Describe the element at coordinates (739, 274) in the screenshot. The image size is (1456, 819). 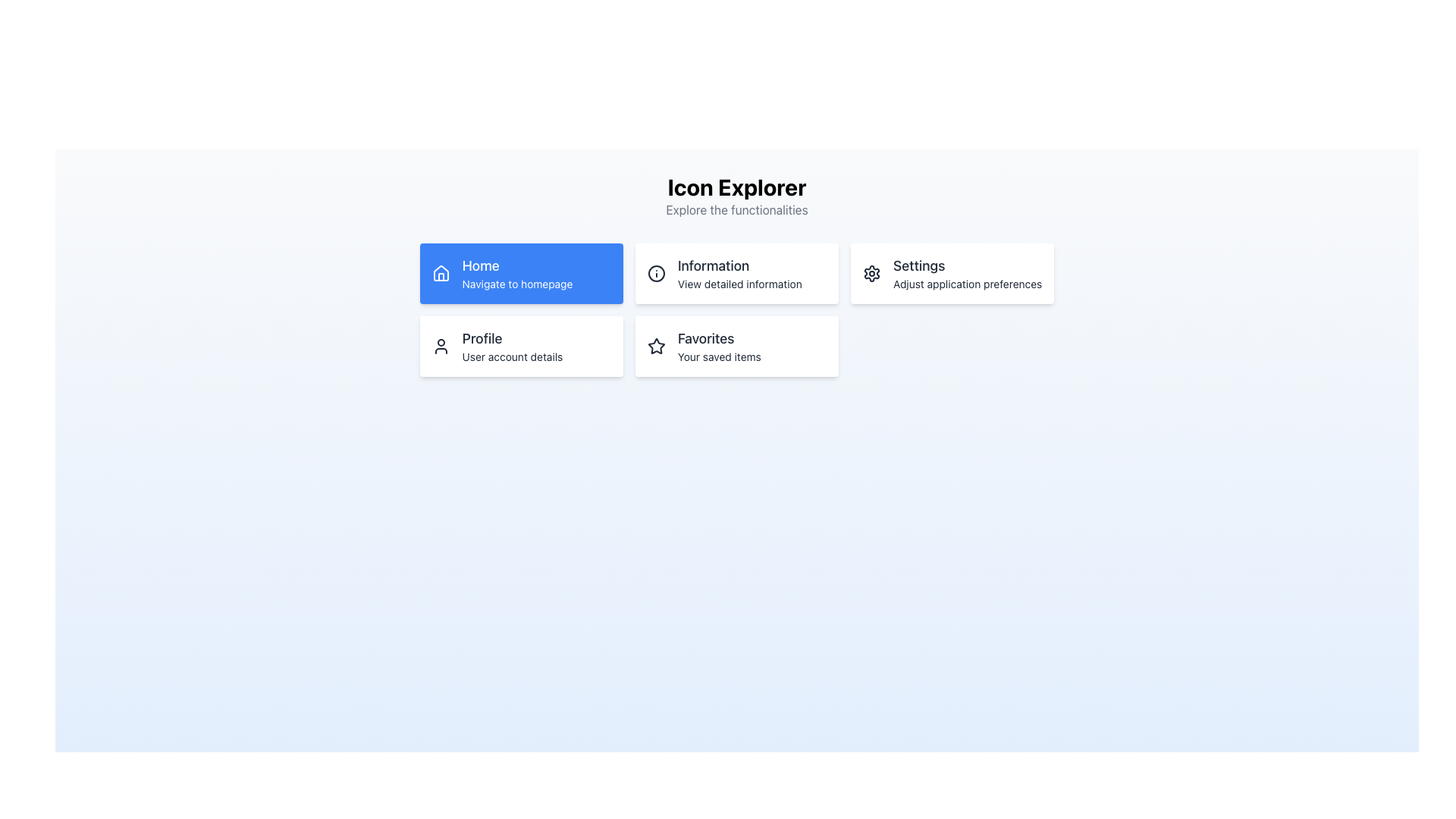
I see `the non-interactive text display area that shows the title 'Information' and subtitle 'View detailed information', located in the second card of the top row` at that location.